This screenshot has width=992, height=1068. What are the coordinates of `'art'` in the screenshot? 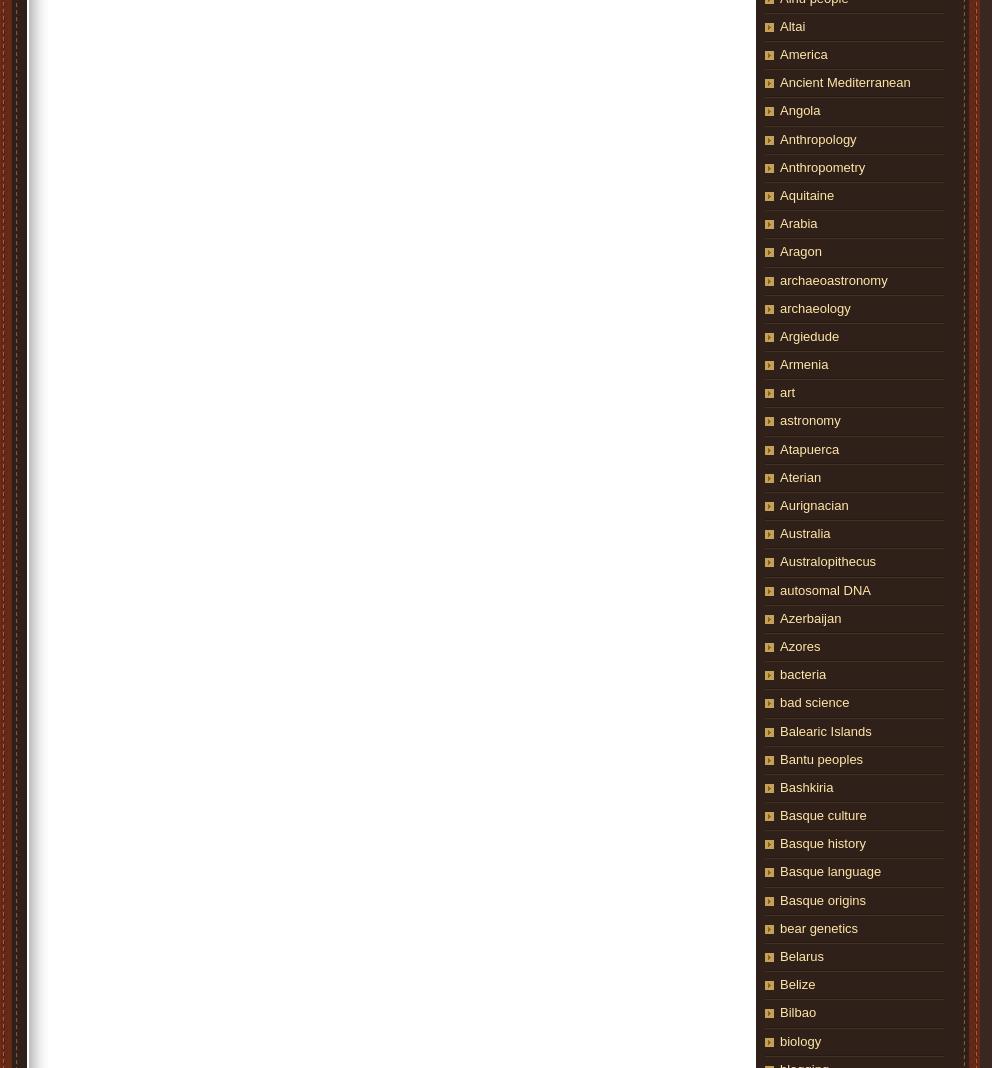 It's located at (787, 391).